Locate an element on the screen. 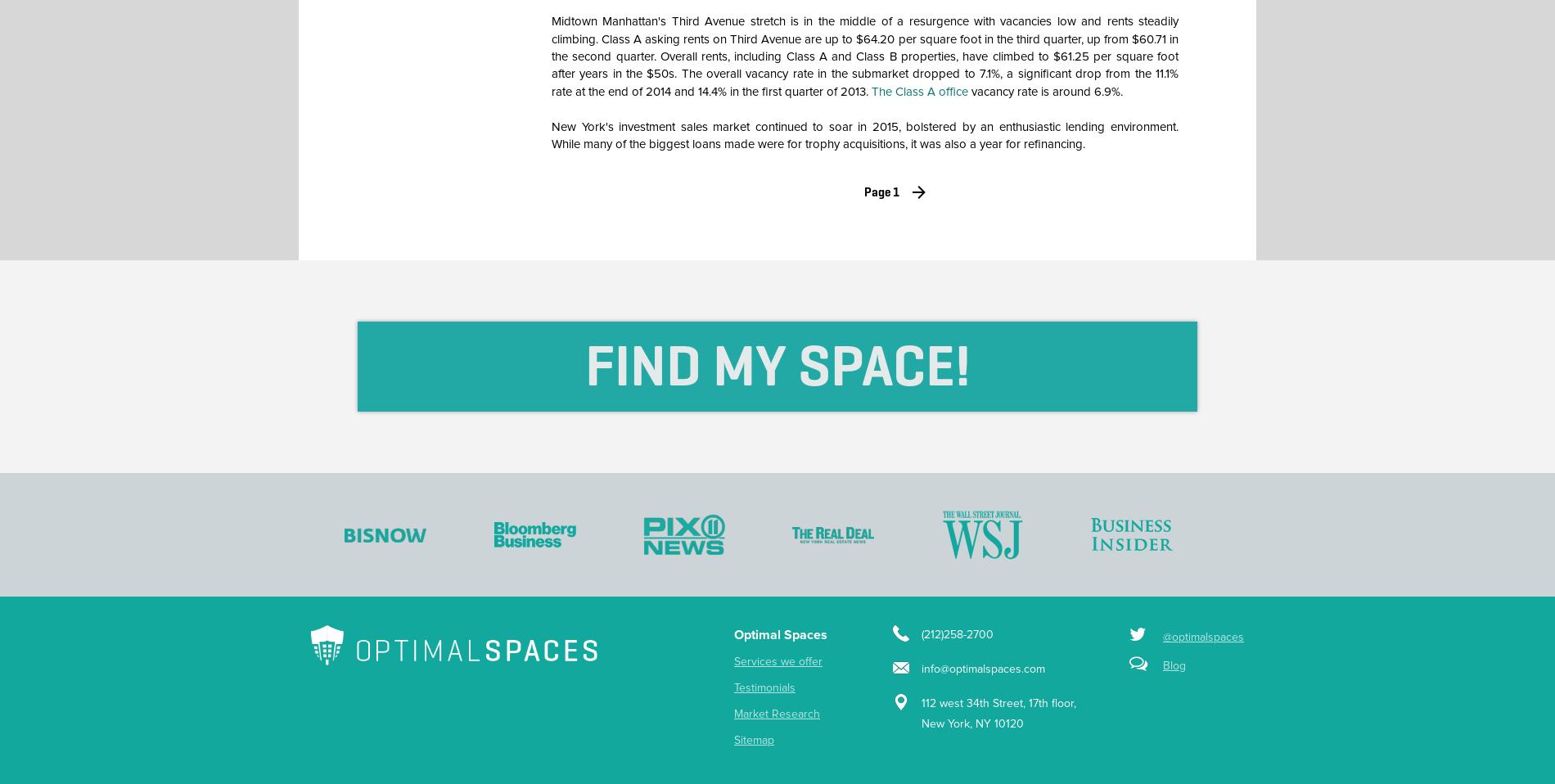 The width and height of the screenshot is (1555, 784). 'vacancy rate is around 6.9%.' is located at coordinates (1044, 91).